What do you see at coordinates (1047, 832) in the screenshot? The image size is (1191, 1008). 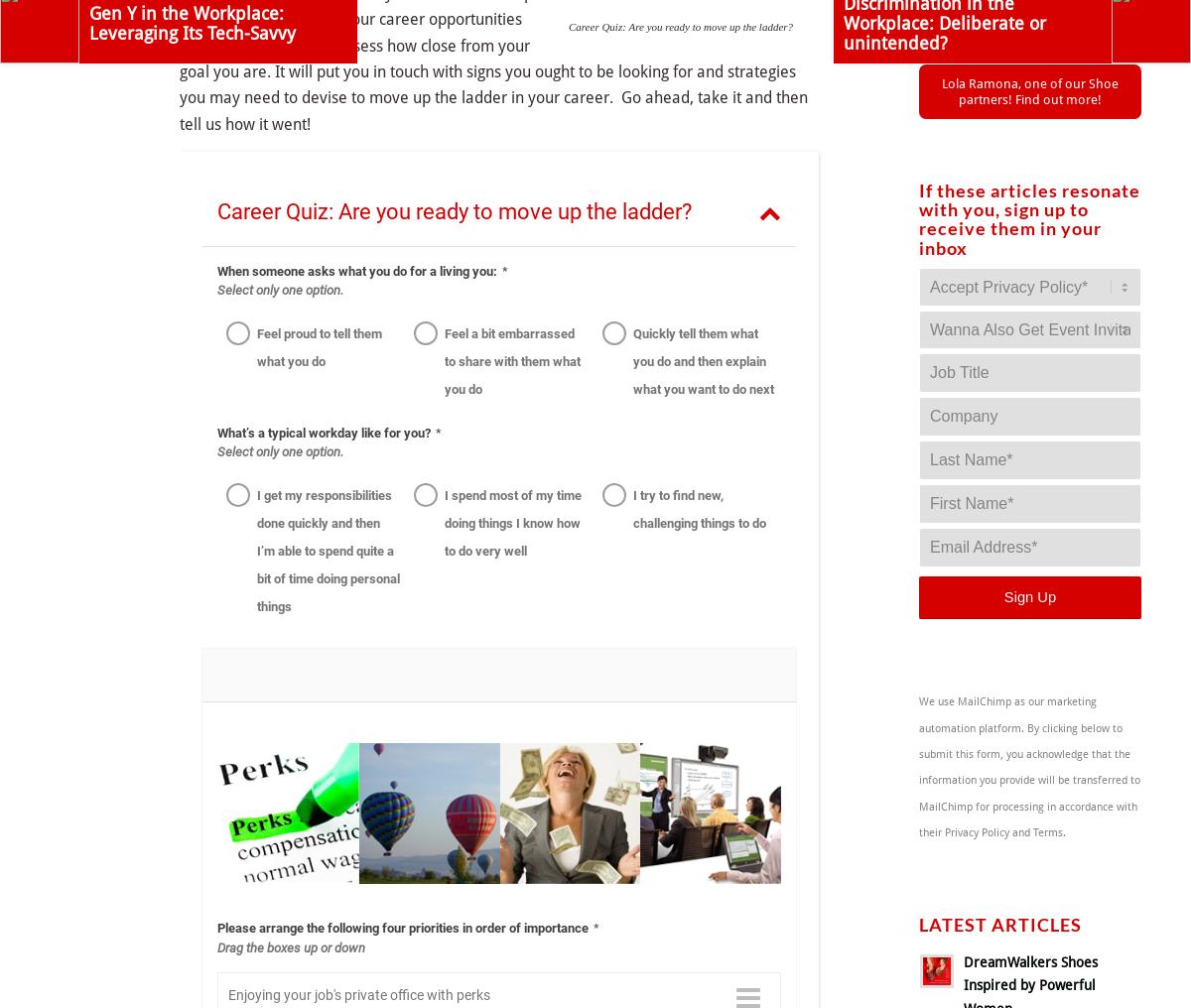 I see `'Terms'` at bounding box center [1047, 832].